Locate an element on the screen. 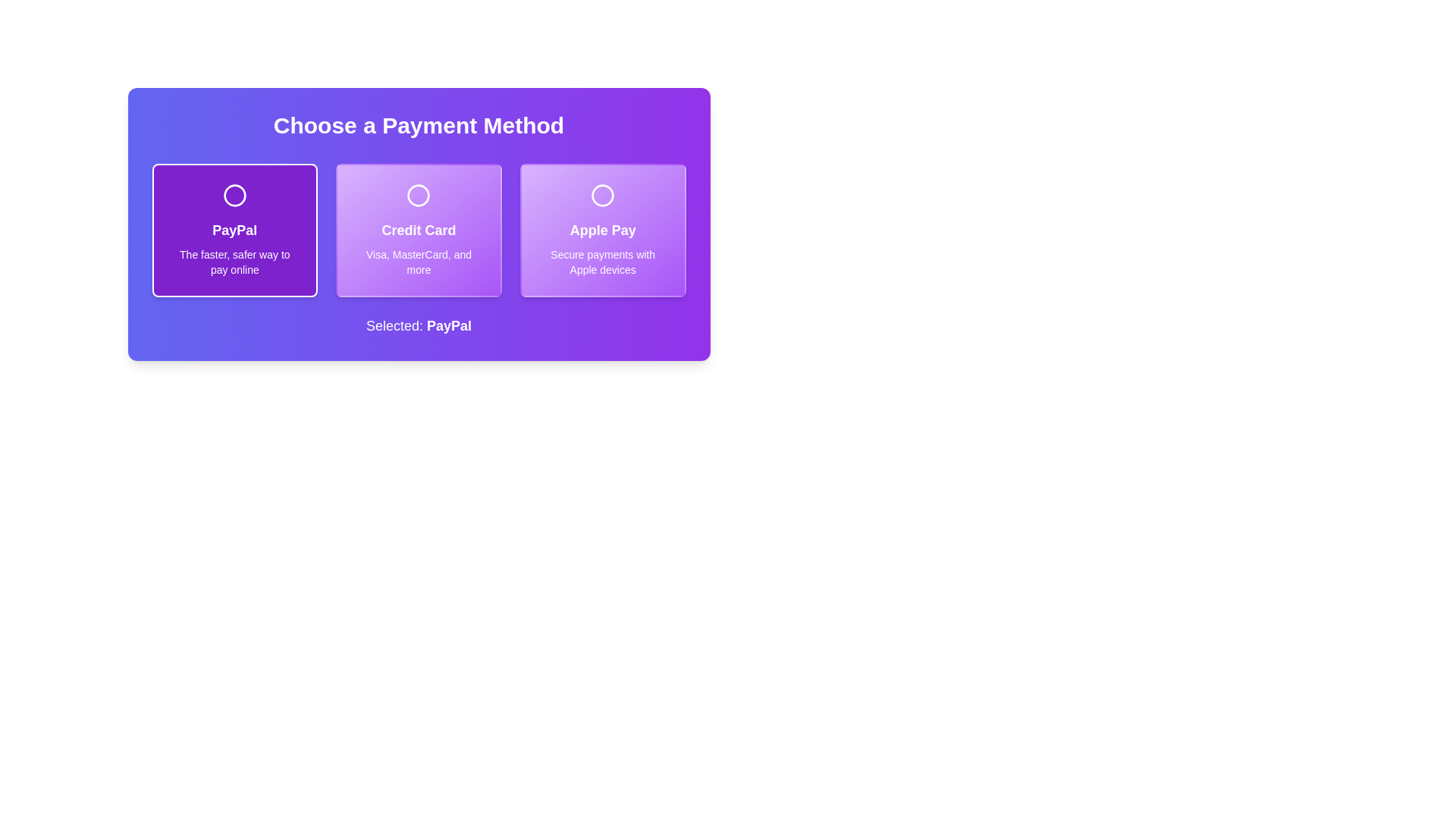 This screenshot has width=1456, height=819. the header text element that informs users about the section's purpose for choosing a payment method is located at coordinates (419, 124).